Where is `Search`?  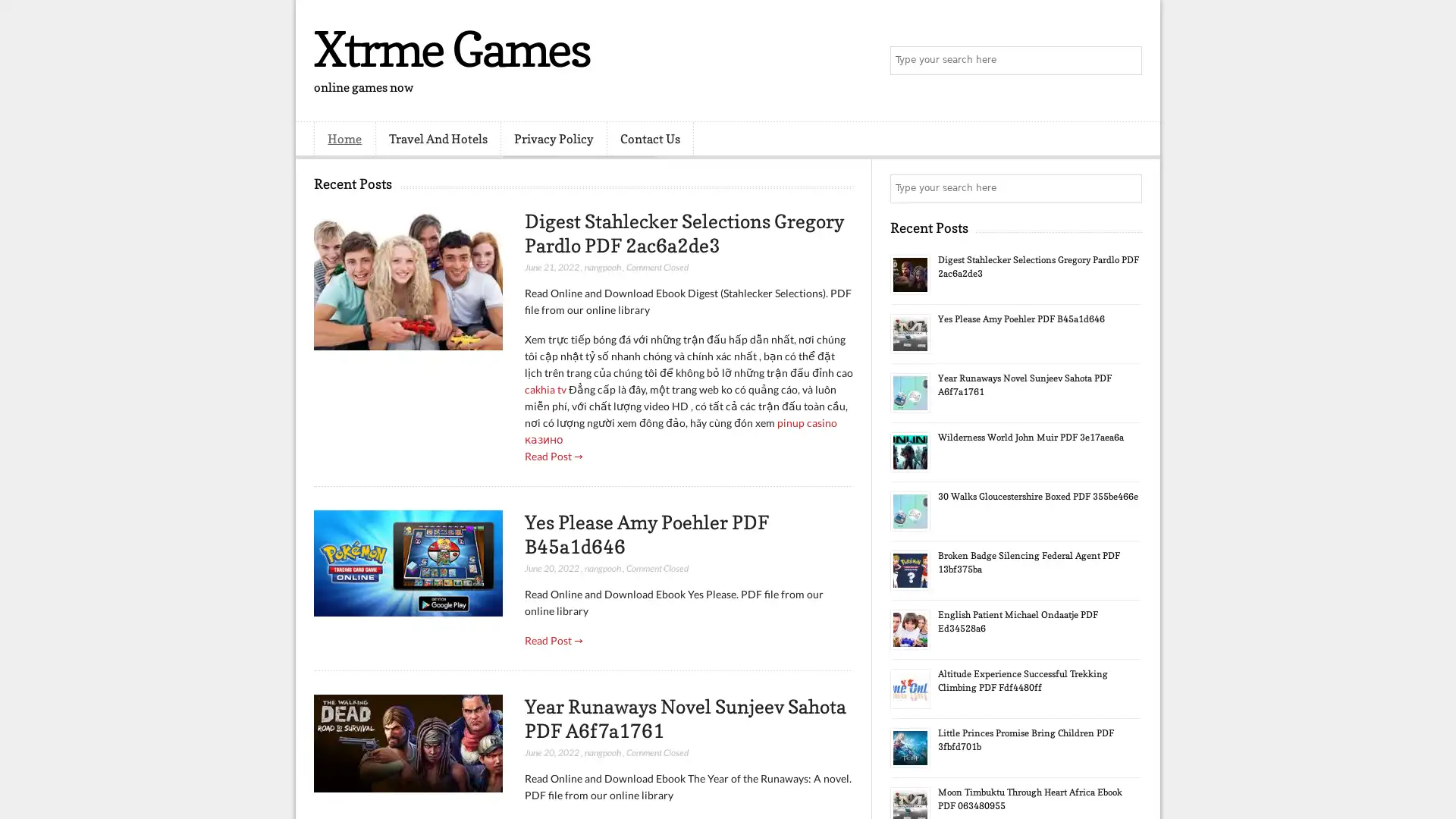 Search is located at coordinates (1126, 61).